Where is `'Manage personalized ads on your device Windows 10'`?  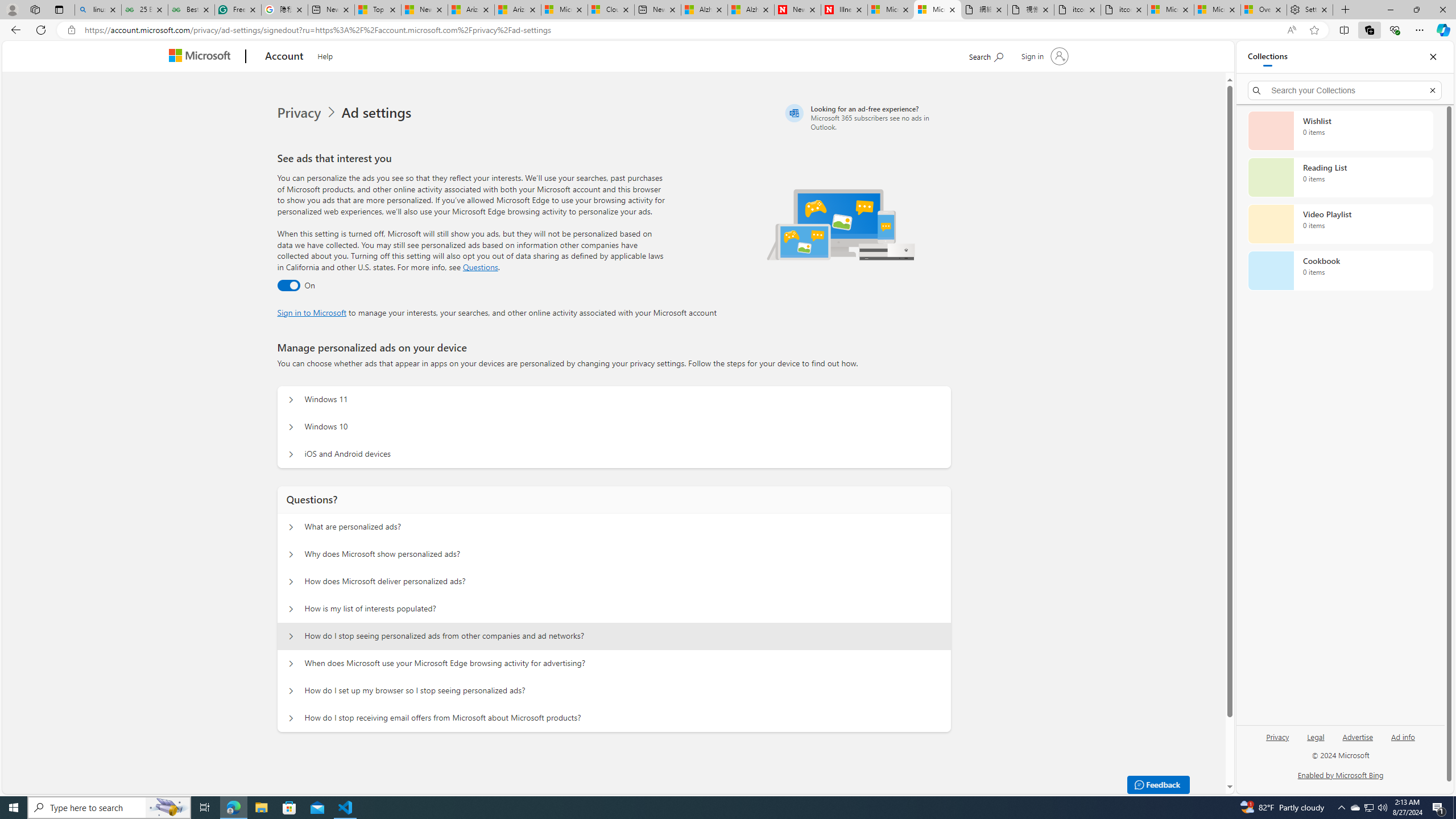
'Manage personalized ads on your device Windows 10' is located at coordinates (289, 427).